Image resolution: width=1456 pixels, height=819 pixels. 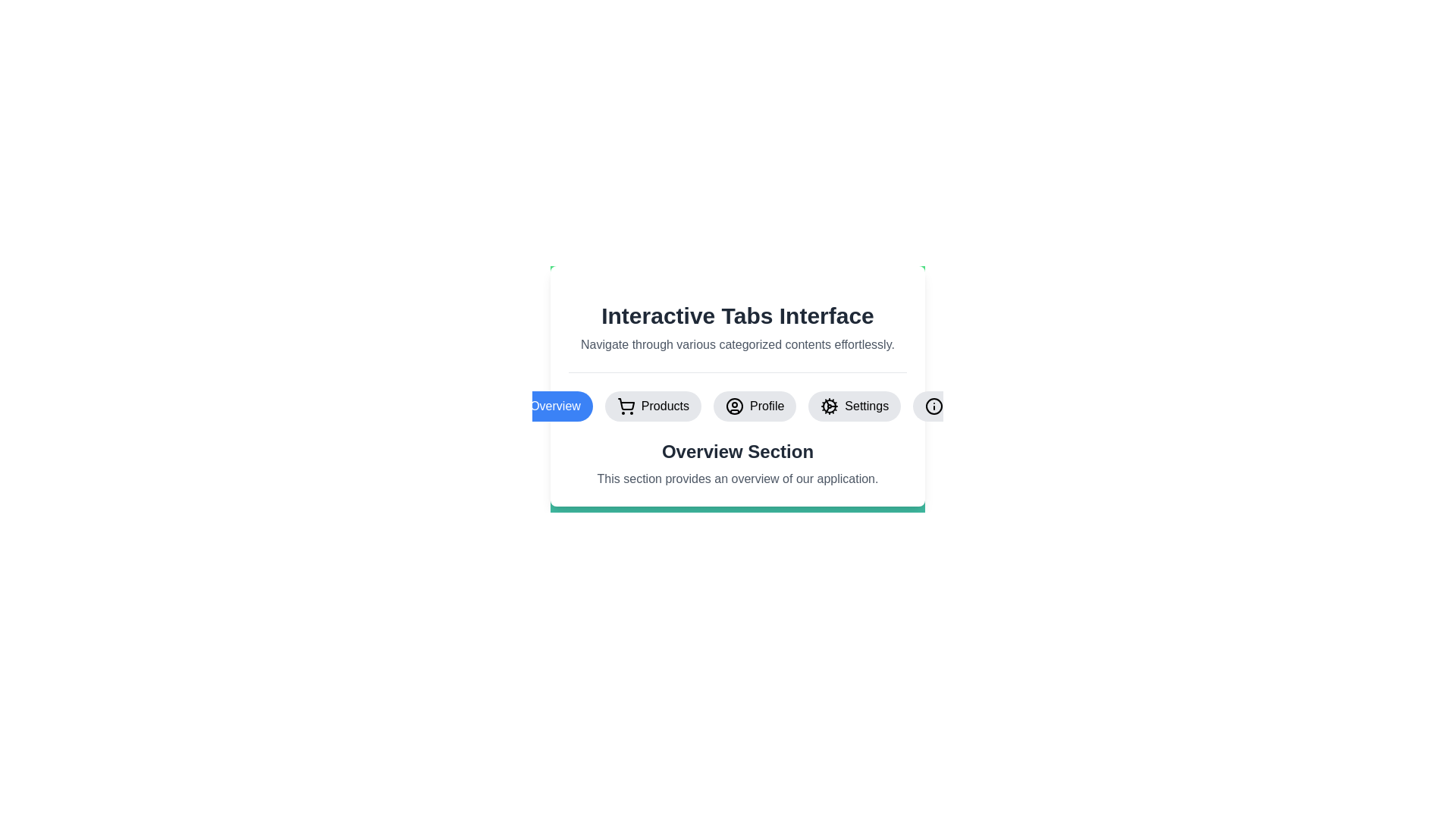 I want to click on the user profile icon located in the navigation section, adjacent to the 'Profile' label, so click(x=735, y=406).